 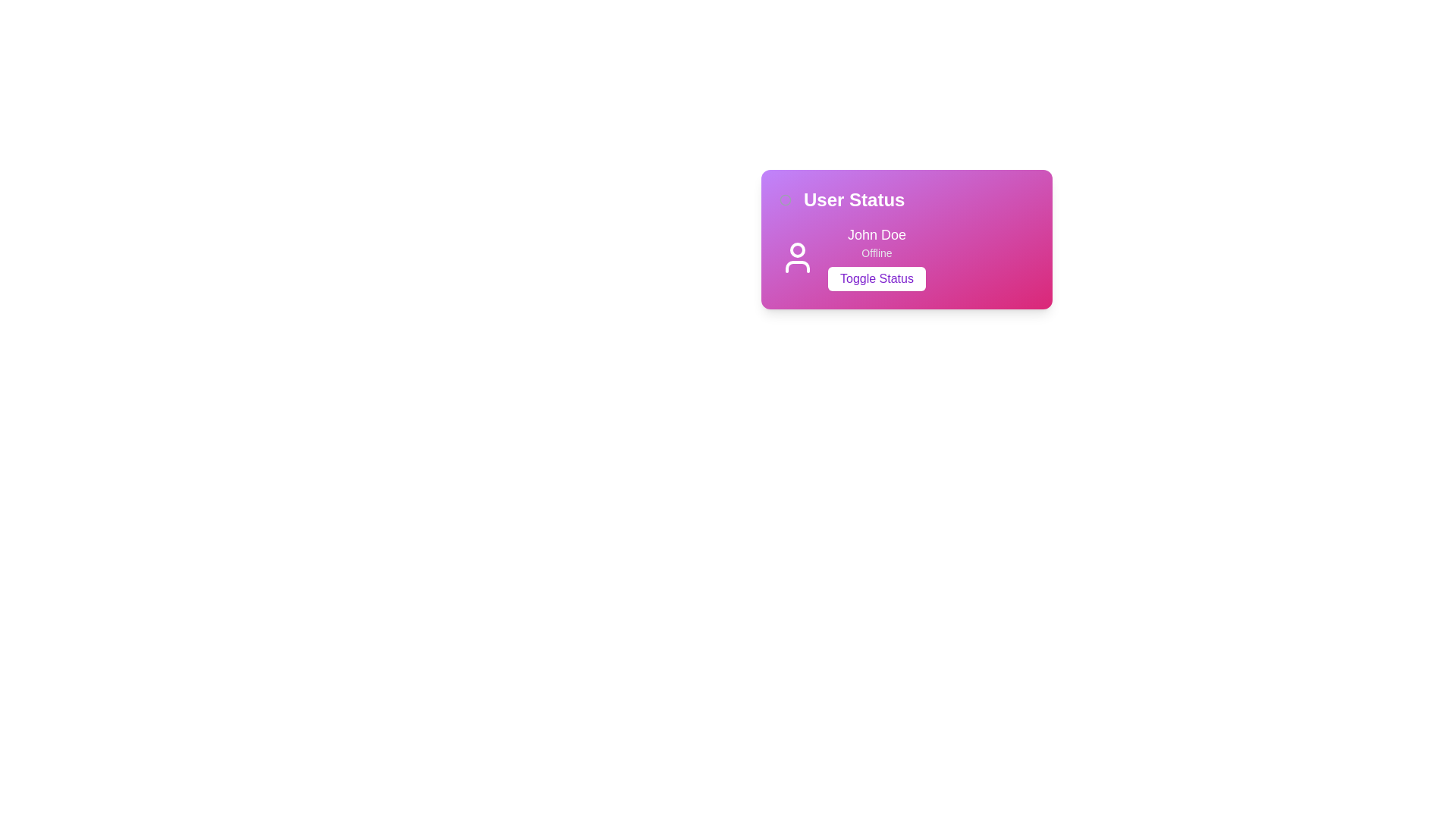 What do you see at coordinates (796, 249) in the screenshot?
I see `the small circular decorative element positioned at the upper center part of the user profile icon within the 'User Status' card` at bounding box center [796, 249].